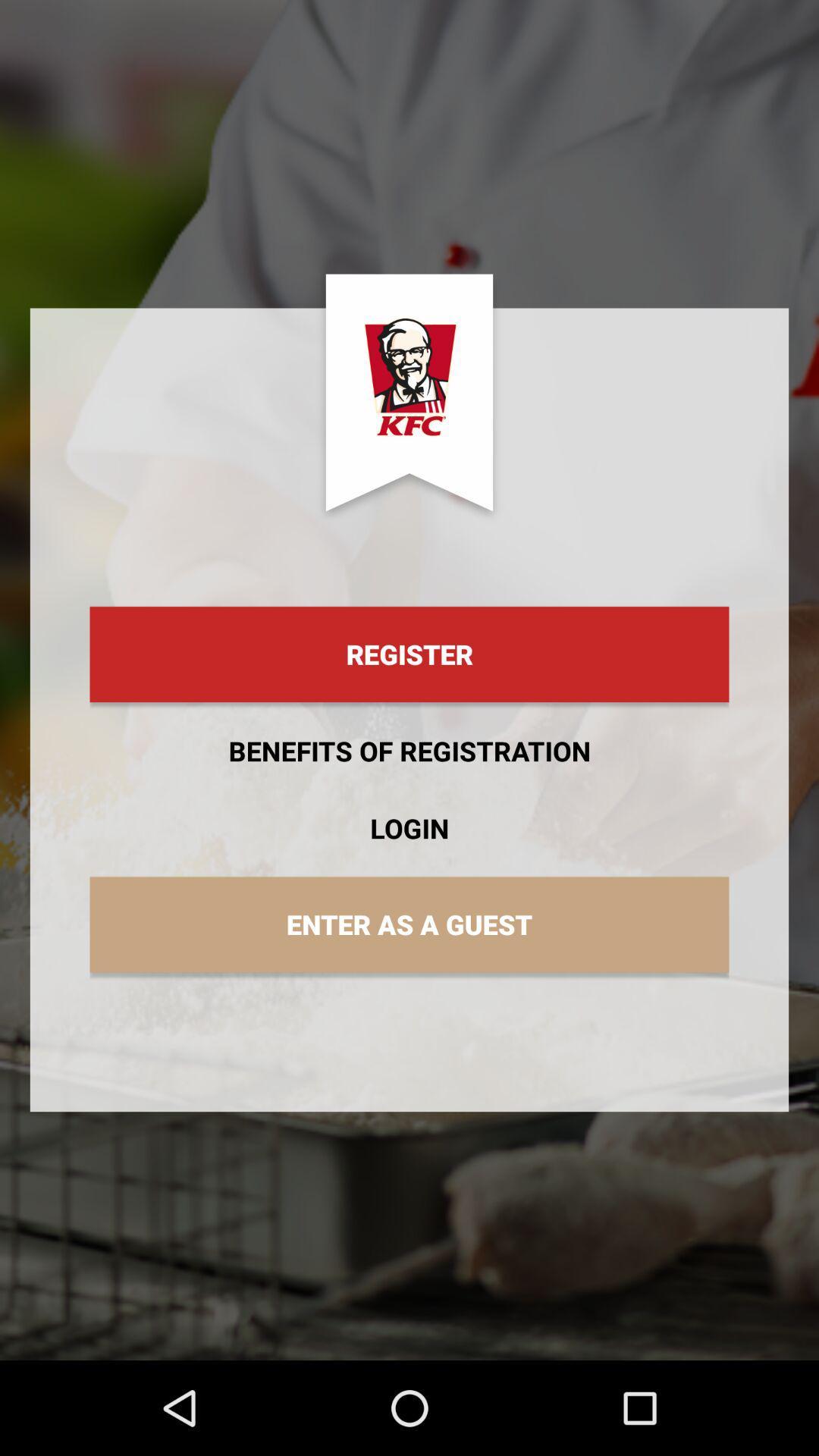 This screenshot has width=819, height=1456. What do you see at coordinates (409, 654) in the screenshot?
I see `icon above the benefits of registration app` at bounding box center [409, 654].